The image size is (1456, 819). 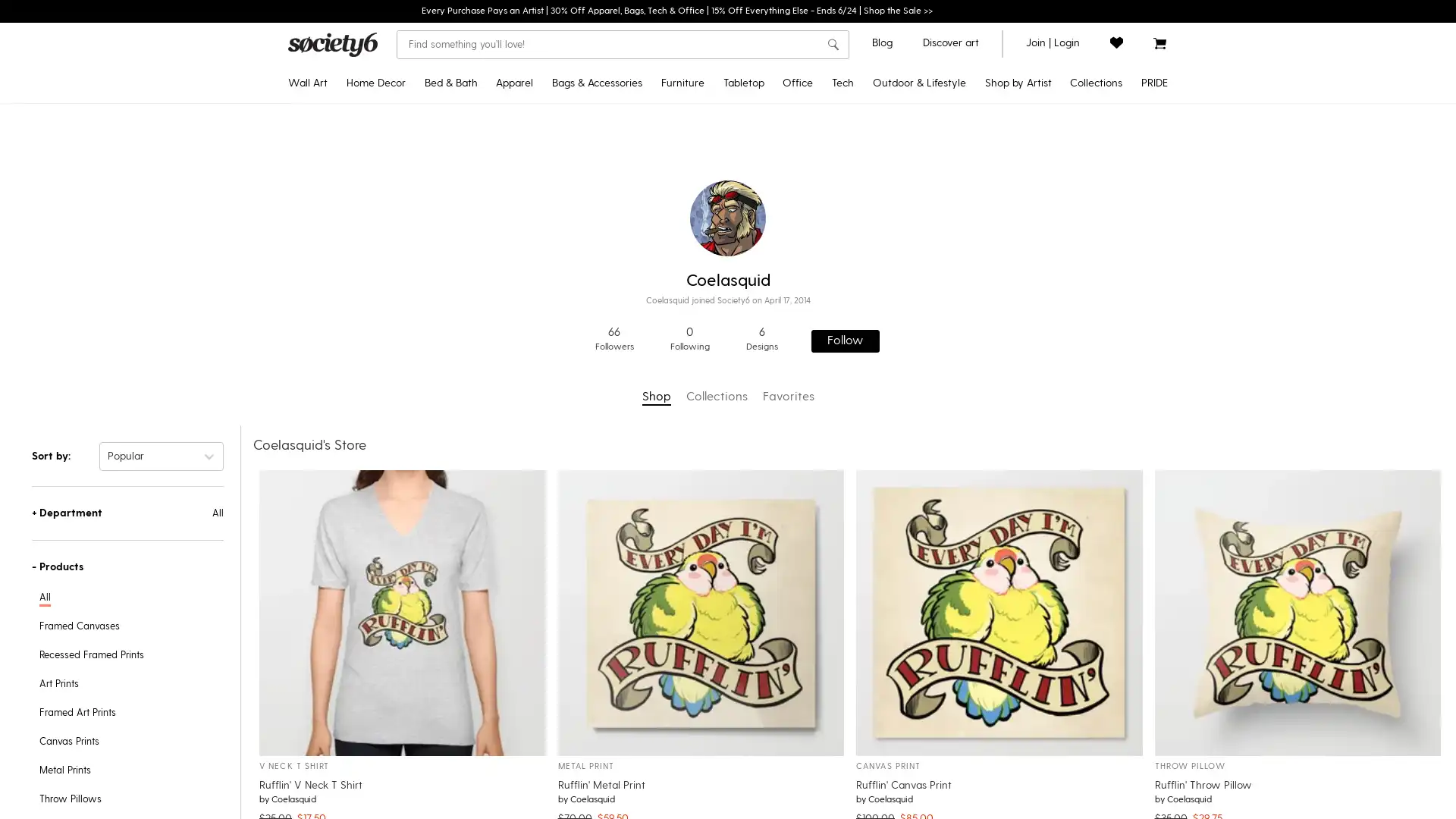 What do you see at coordinates (896, 341) in the screenshot?
I see `Laptop Stickers` at bounding box center [896, 341].